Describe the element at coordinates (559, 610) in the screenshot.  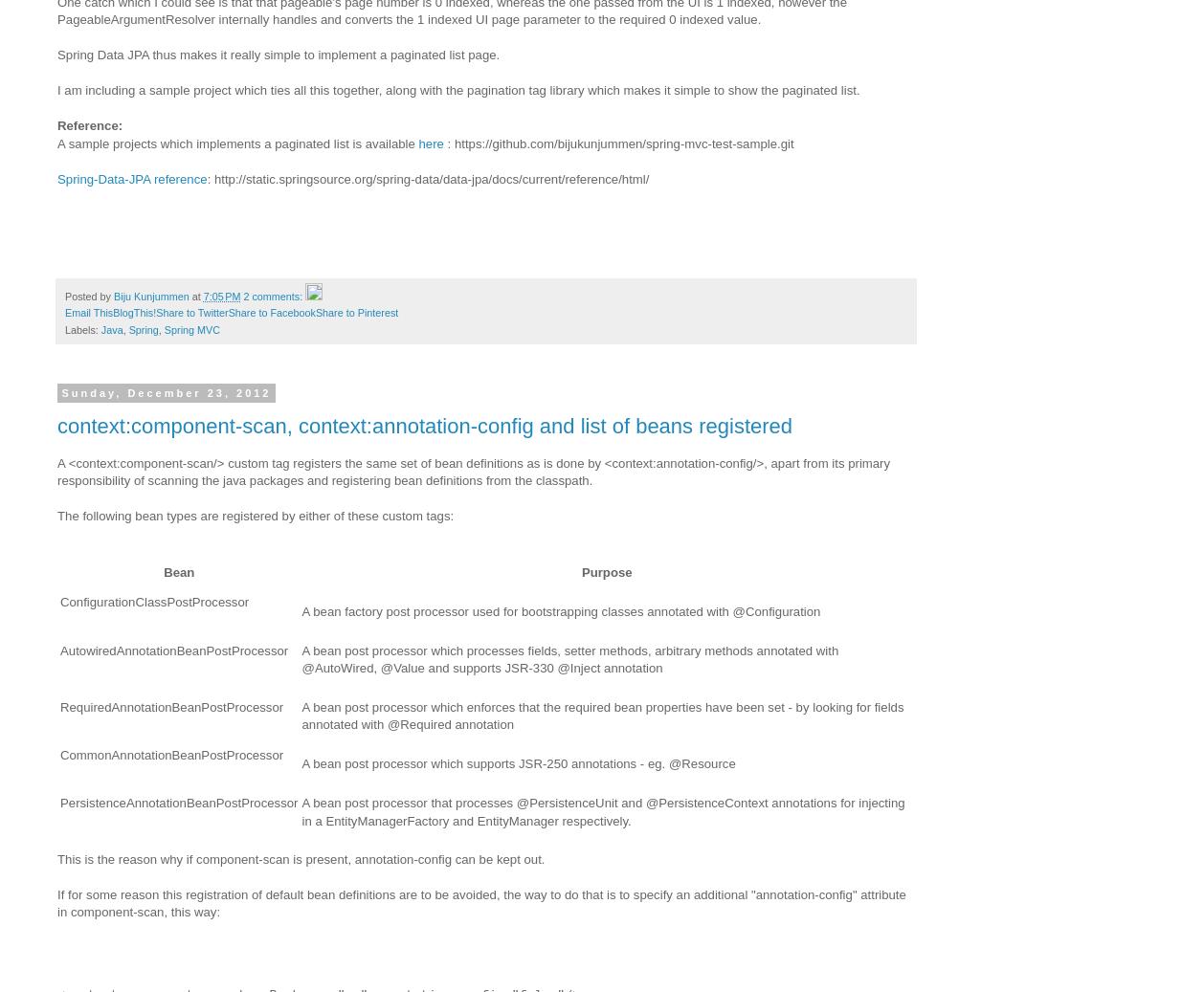
I see `'A bean factory post processor used for bootstrapping classes annotated with @Configuration'` at that location.